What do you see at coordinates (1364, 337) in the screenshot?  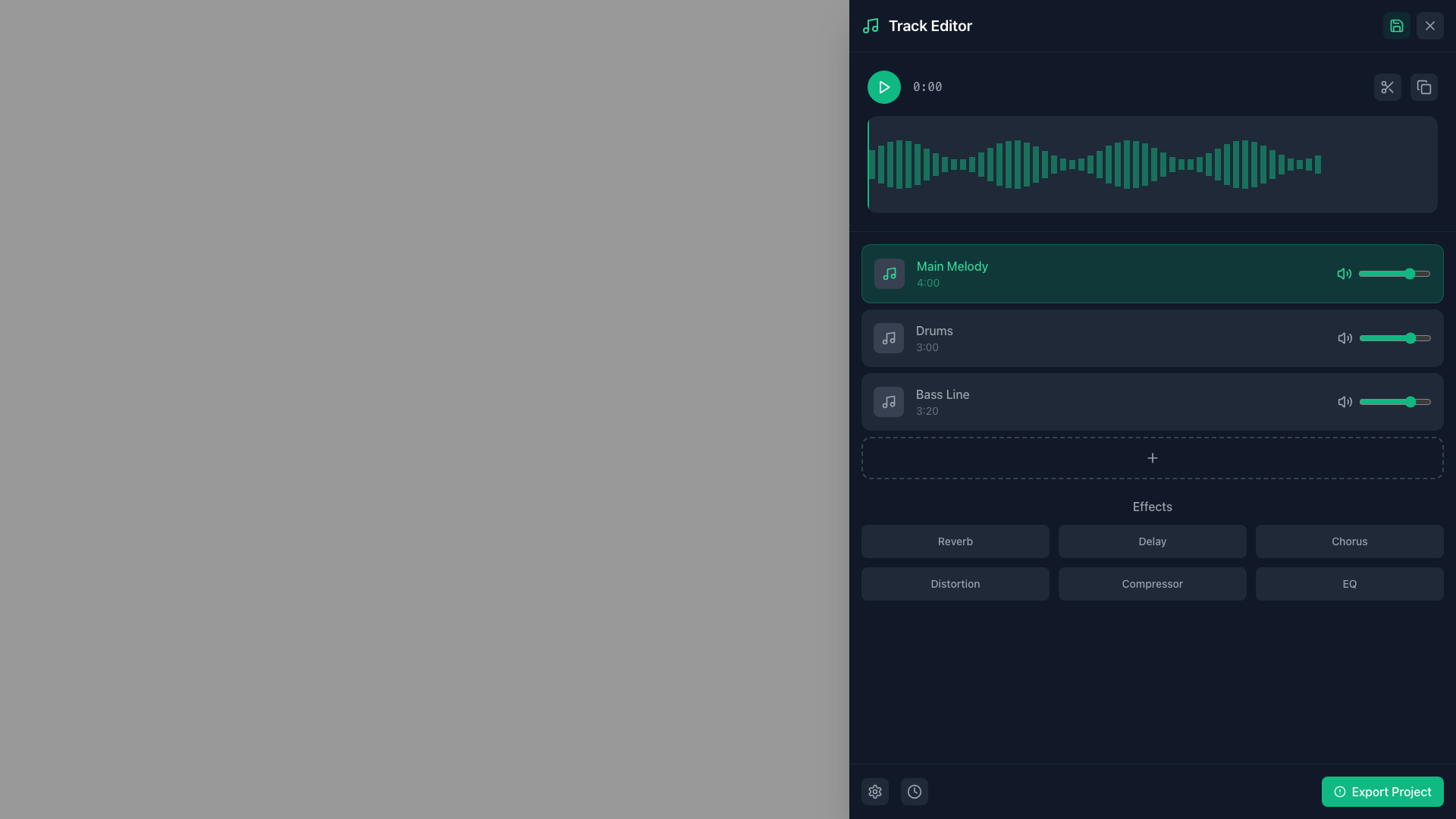 I see `the volume slider` at bounding box center [1364, 337].